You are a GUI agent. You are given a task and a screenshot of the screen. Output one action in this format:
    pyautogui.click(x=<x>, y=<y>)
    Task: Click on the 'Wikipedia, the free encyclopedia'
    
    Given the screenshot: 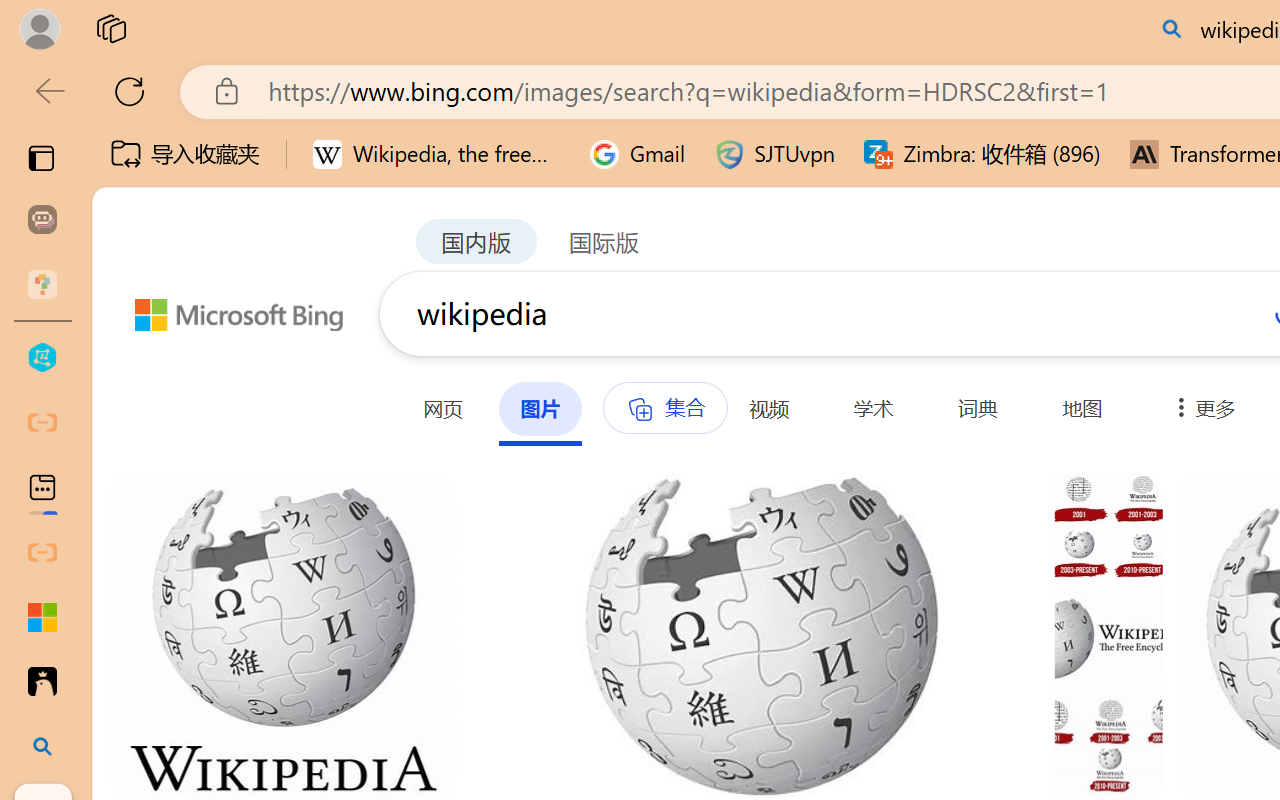 What is the action you would take?
    pyautogui.click(x=436, y=154)
    